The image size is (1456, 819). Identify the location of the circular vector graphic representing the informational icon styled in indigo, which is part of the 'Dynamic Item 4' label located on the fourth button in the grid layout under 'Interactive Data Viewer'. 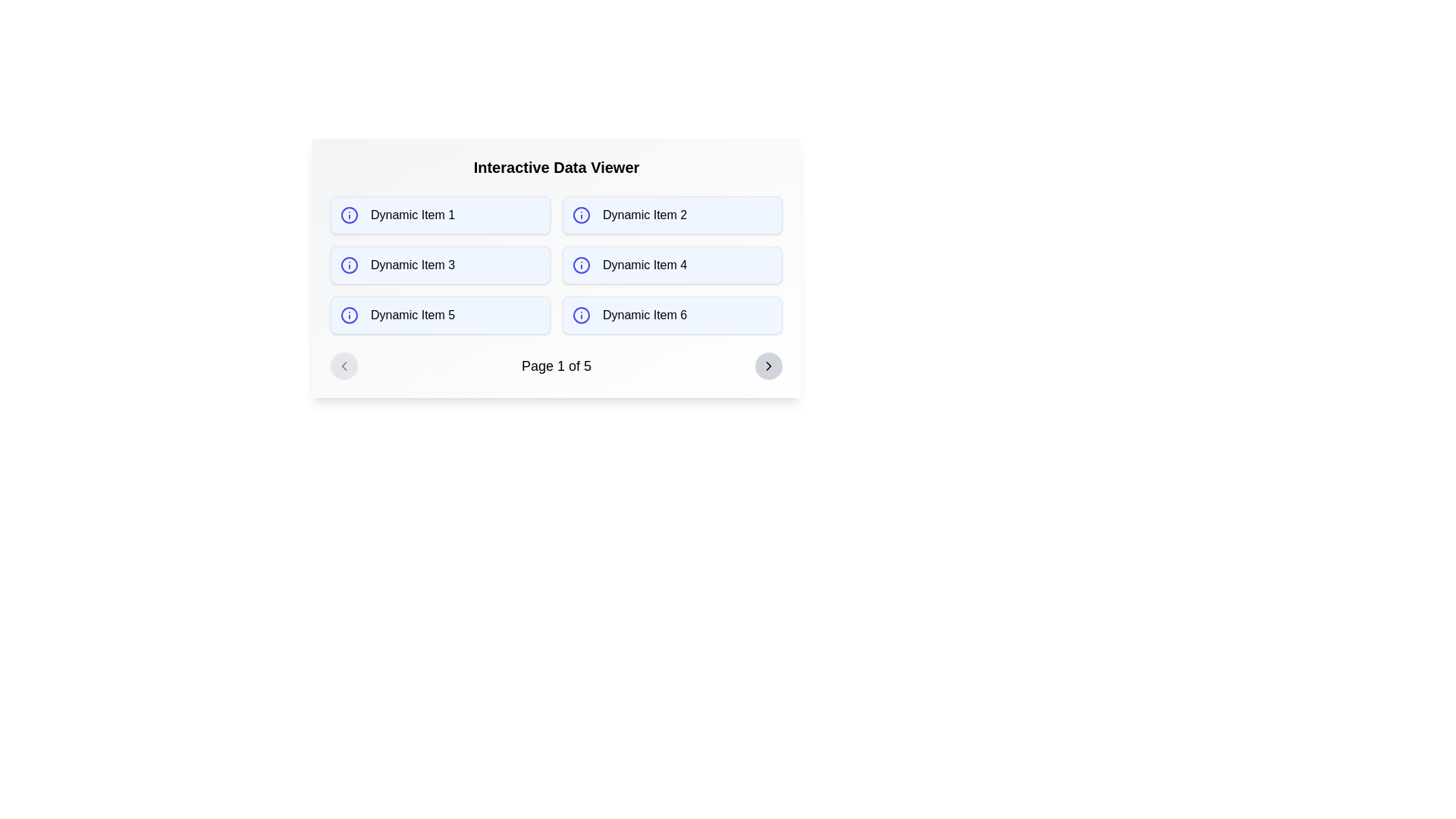
(581, 265).